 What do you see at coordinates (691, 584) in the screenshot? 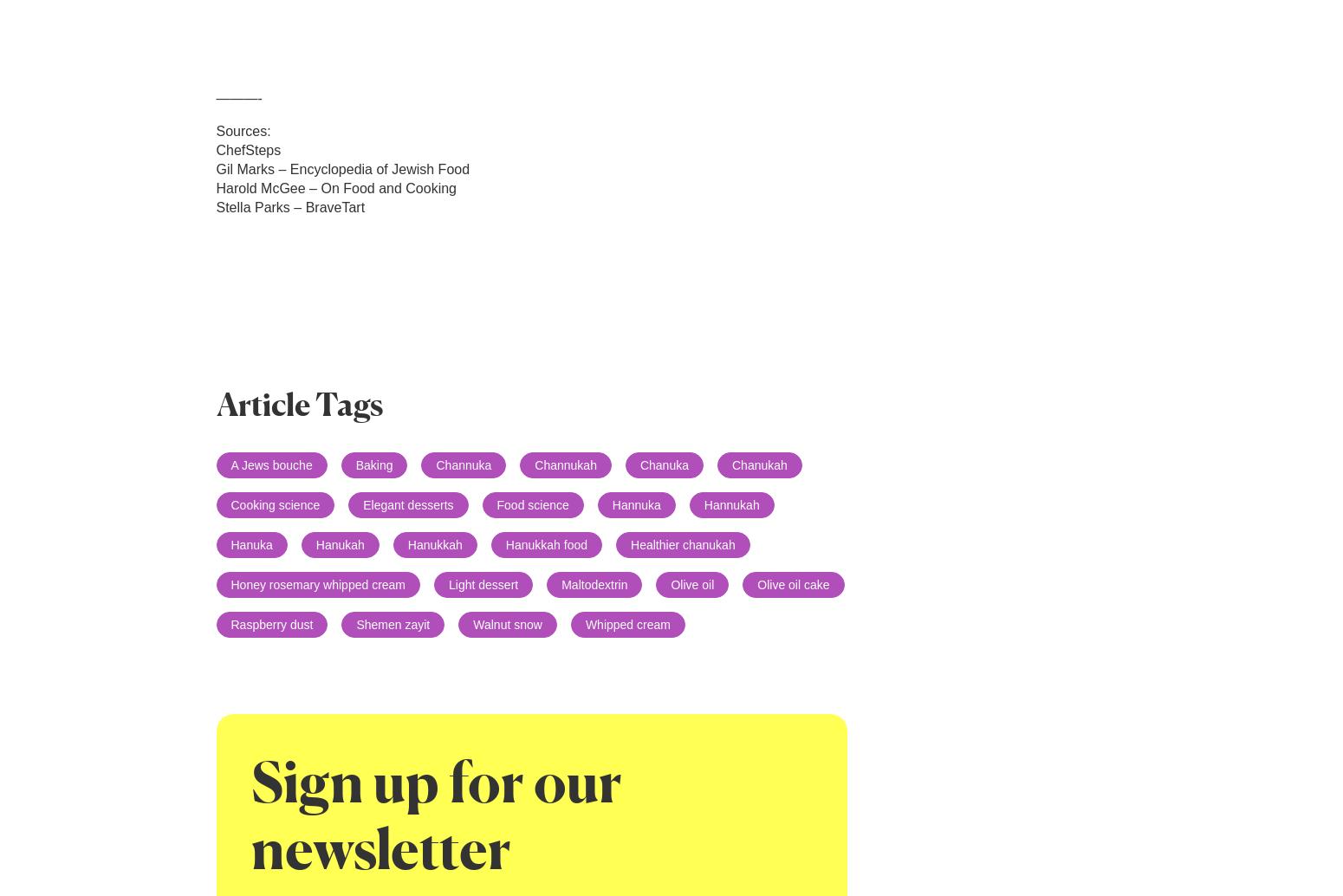
I see `'Olive oil'` at bounding box center [691, 584].